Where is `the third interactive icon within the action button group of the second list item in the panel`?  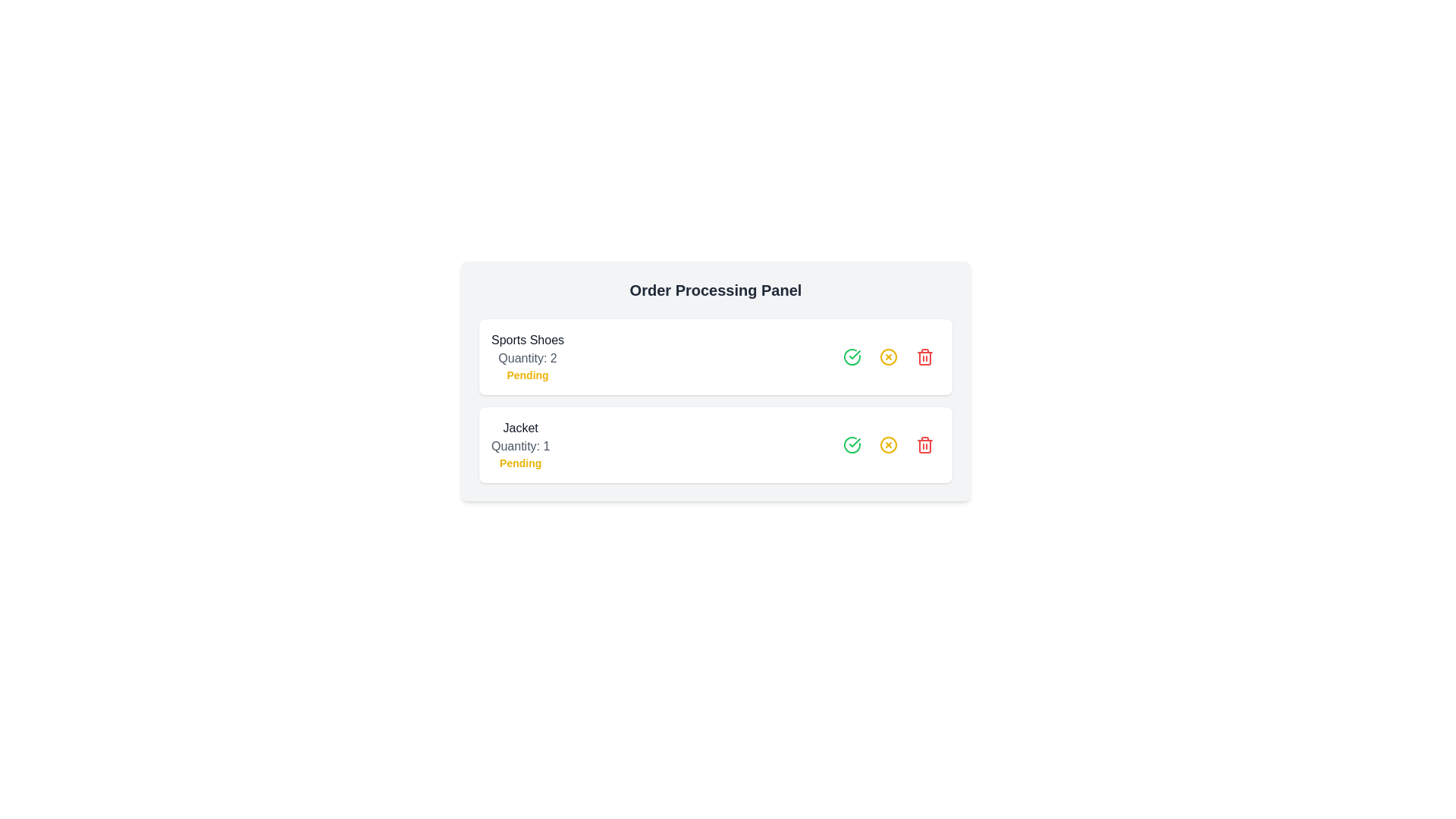
the third interactive icon within the action button group of the second list item in the panel is located at coordinates (888, 444).